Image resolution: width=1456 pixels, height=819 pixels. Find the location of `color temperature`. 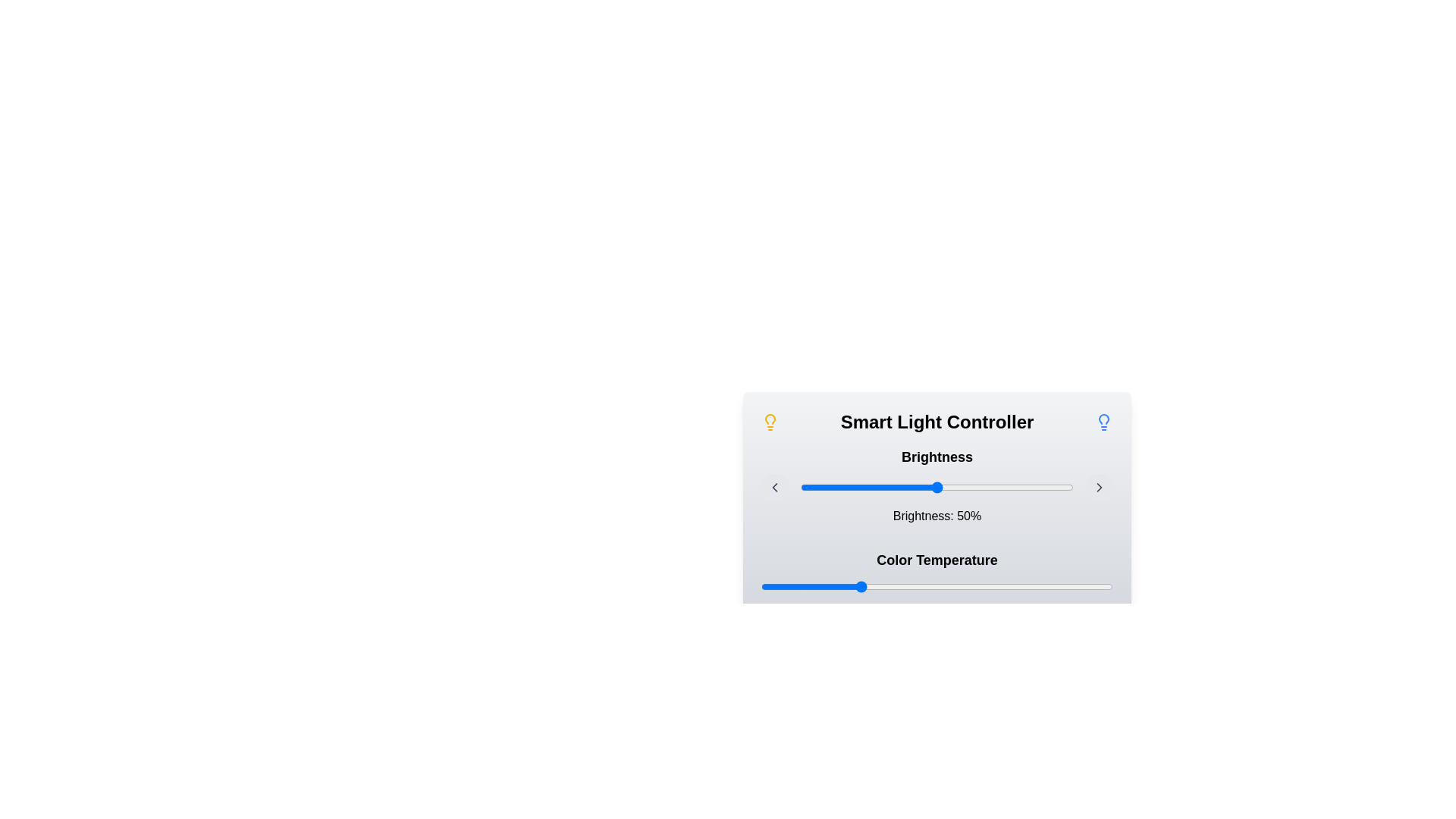

color temperature is located at coordinates (1023, 586).